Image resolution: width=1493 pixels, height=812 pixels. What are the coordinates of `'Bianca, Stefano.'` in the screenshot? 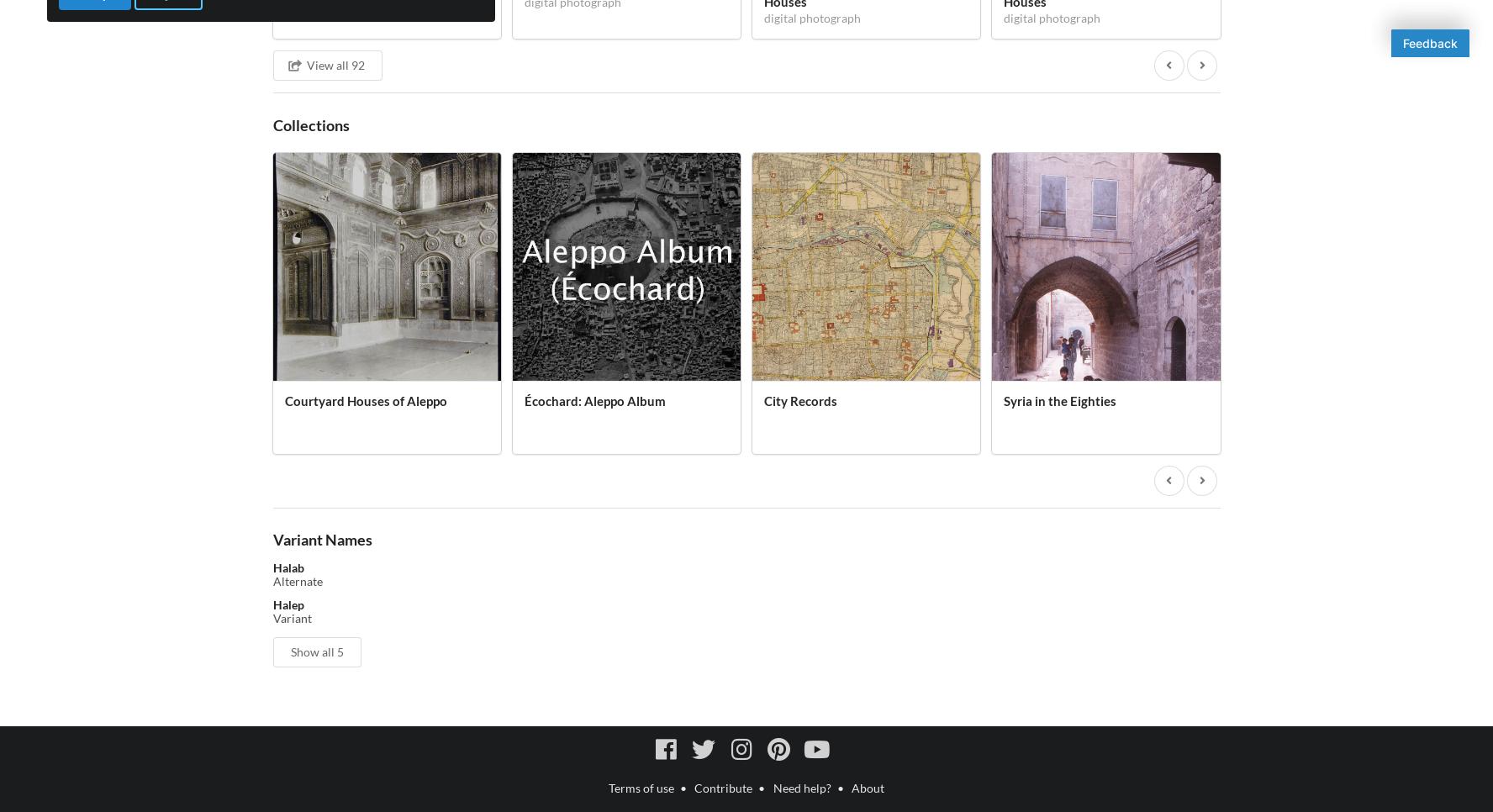 It's located at (314, 795).